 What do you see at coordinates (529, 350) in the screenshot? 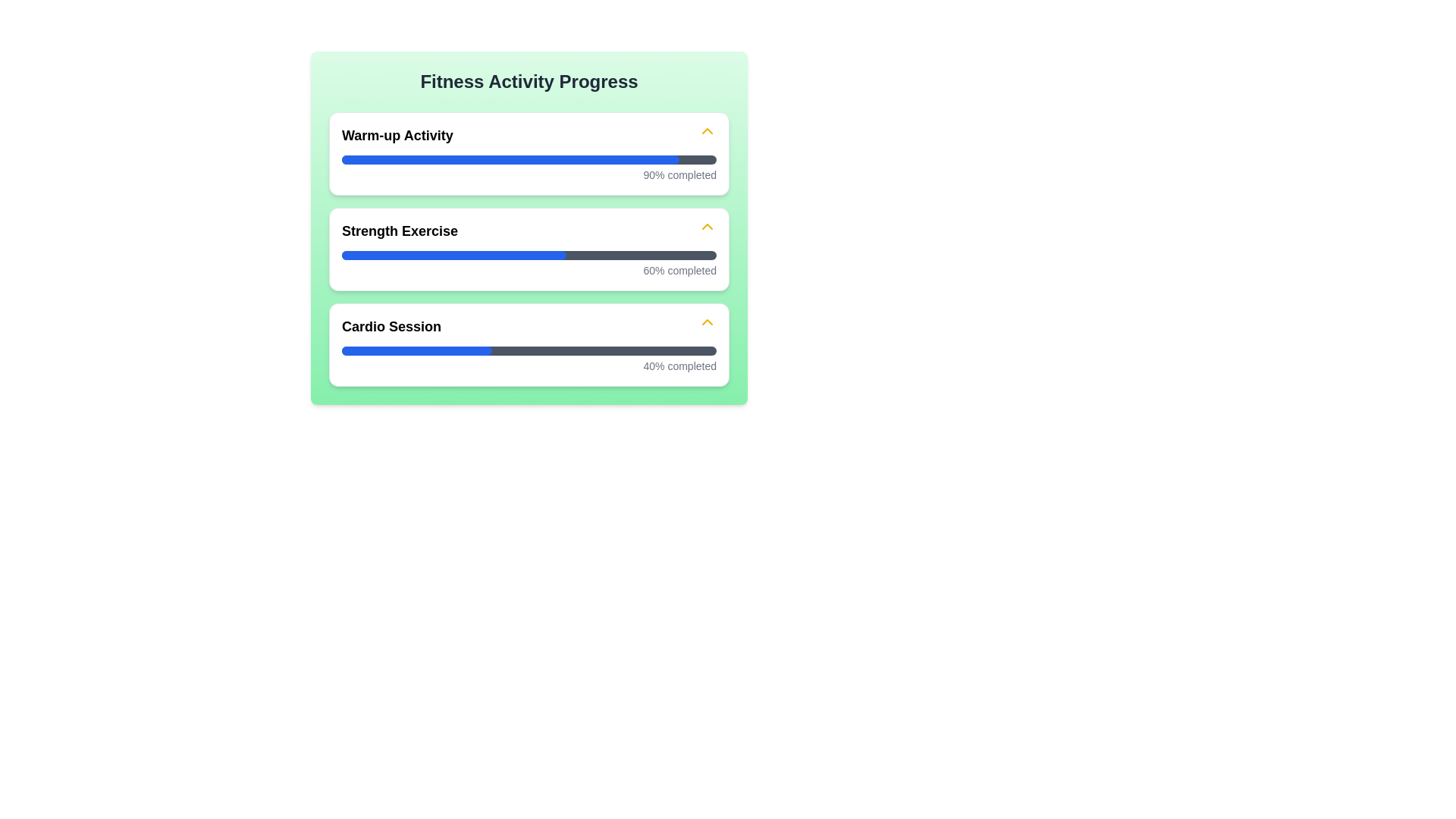
I see `the Progress Bar located in the 'Cardio Session' section, which indicates that the task is 40% complete` at bounding box center [529, 350].